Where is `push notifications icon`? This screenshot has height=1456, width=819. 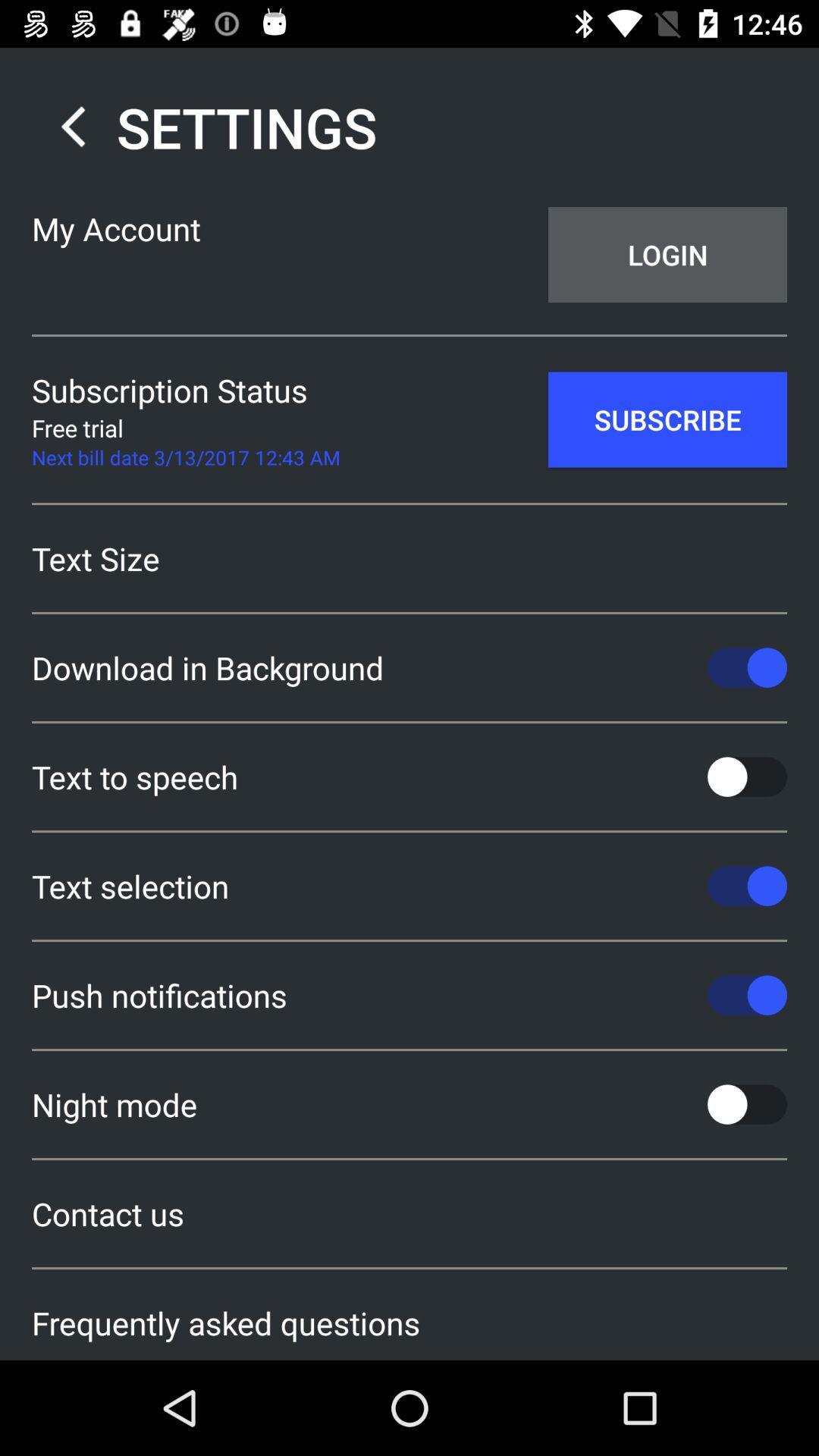 push notifications icon is located at coordinates (409, 995).